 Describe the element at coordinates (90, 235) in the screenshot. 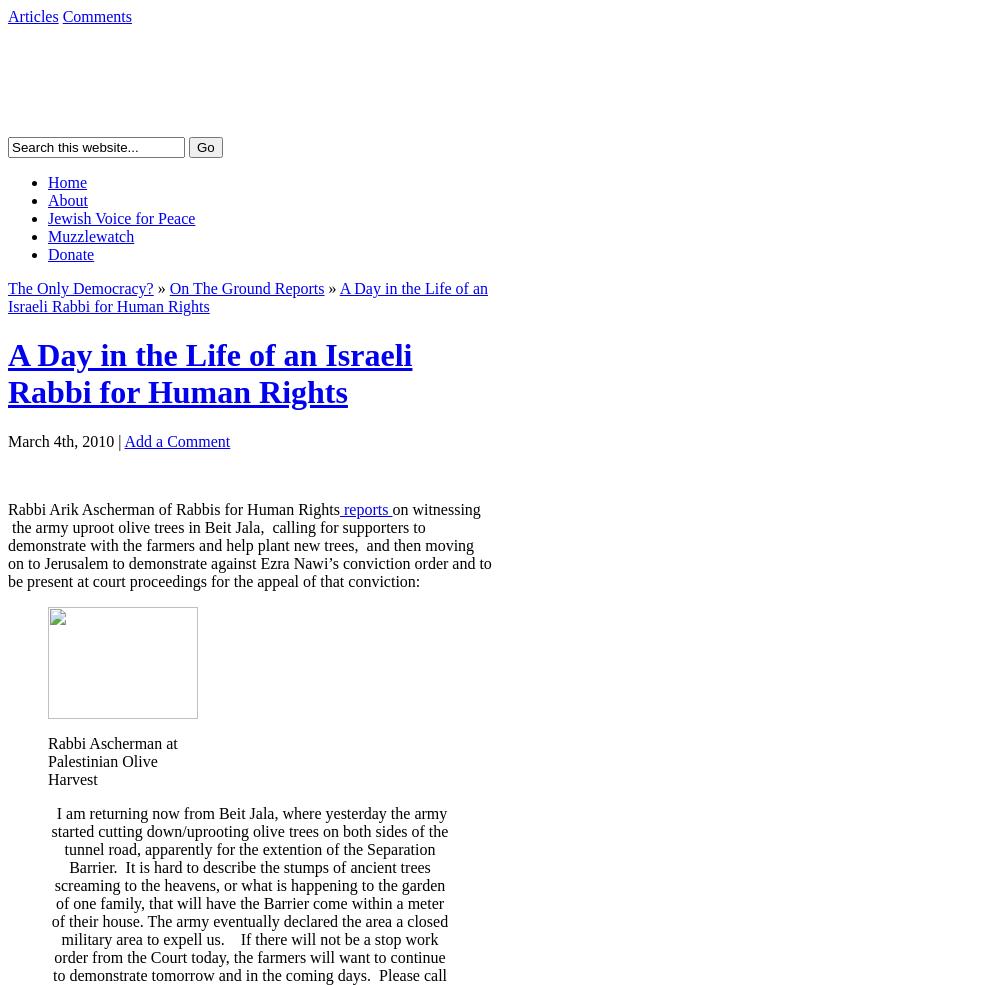

I see `'Muzzlewatch'` at that location.